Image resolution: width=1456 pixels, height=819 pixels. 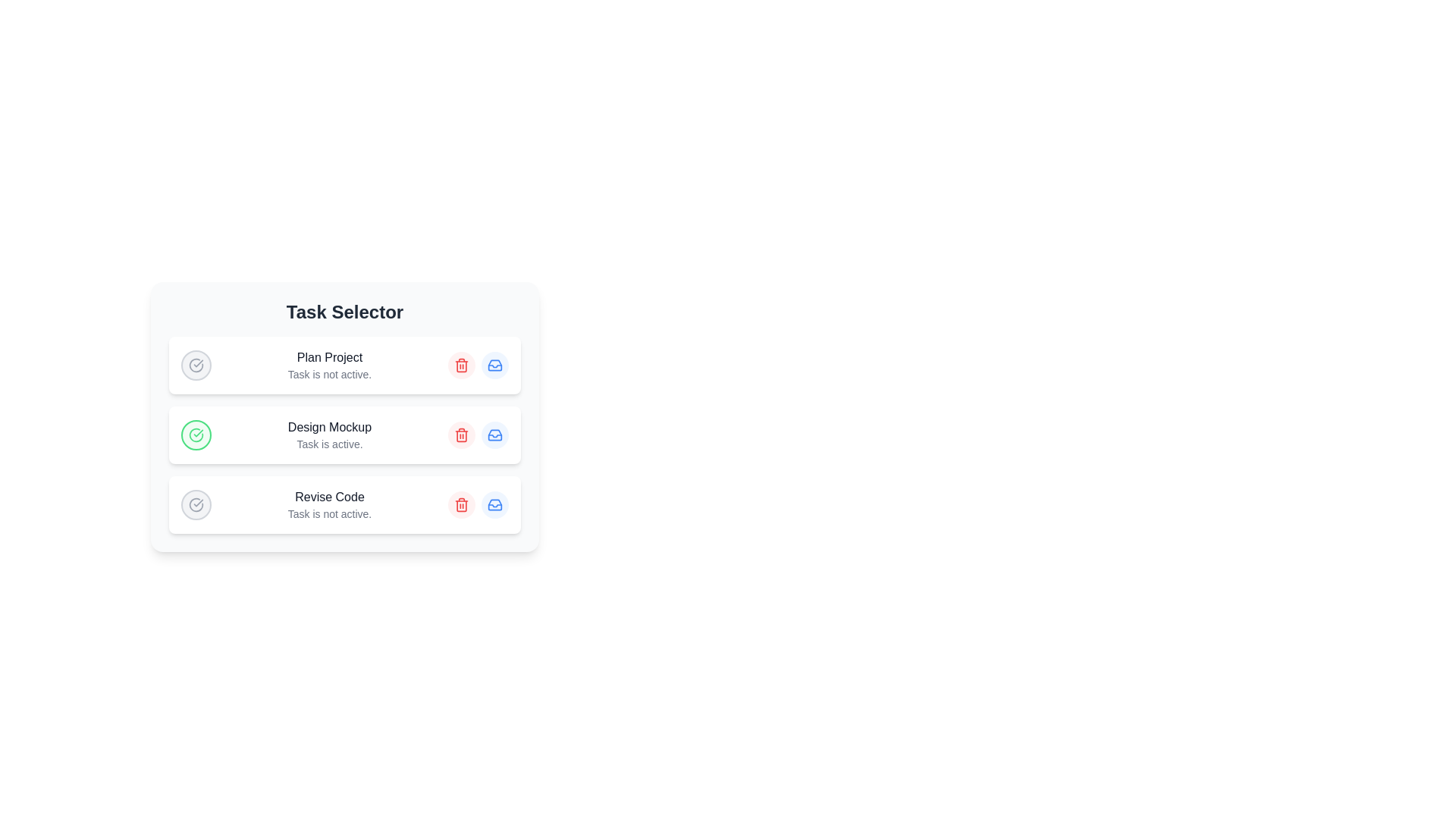 I want to click on the blue inbox icon located on the right side of the third row in the vertically arranged button group, so click(x=494, y=505).